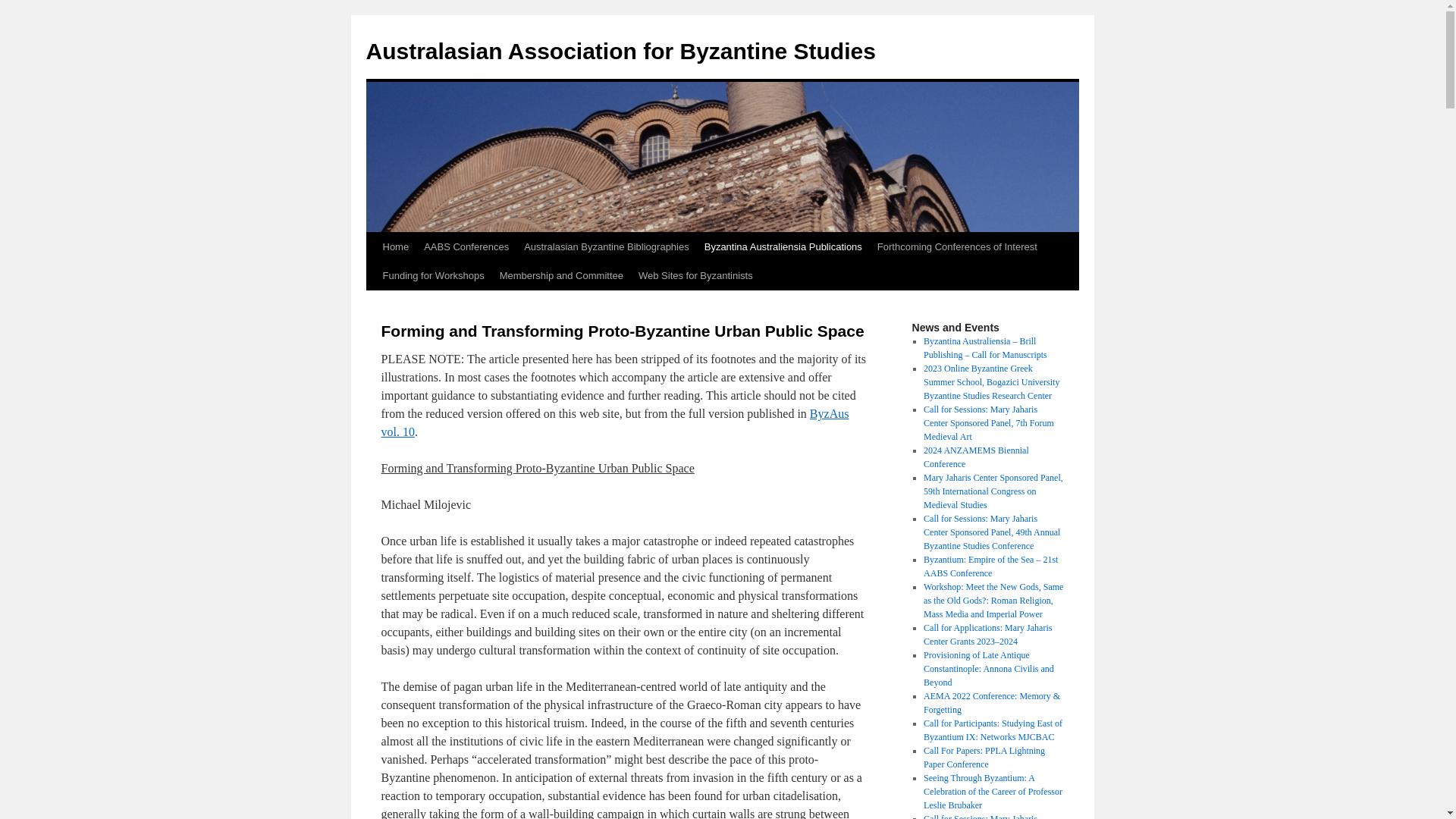  I want to click on 'Byzantina Australiensia Publications', so click(783, 246).